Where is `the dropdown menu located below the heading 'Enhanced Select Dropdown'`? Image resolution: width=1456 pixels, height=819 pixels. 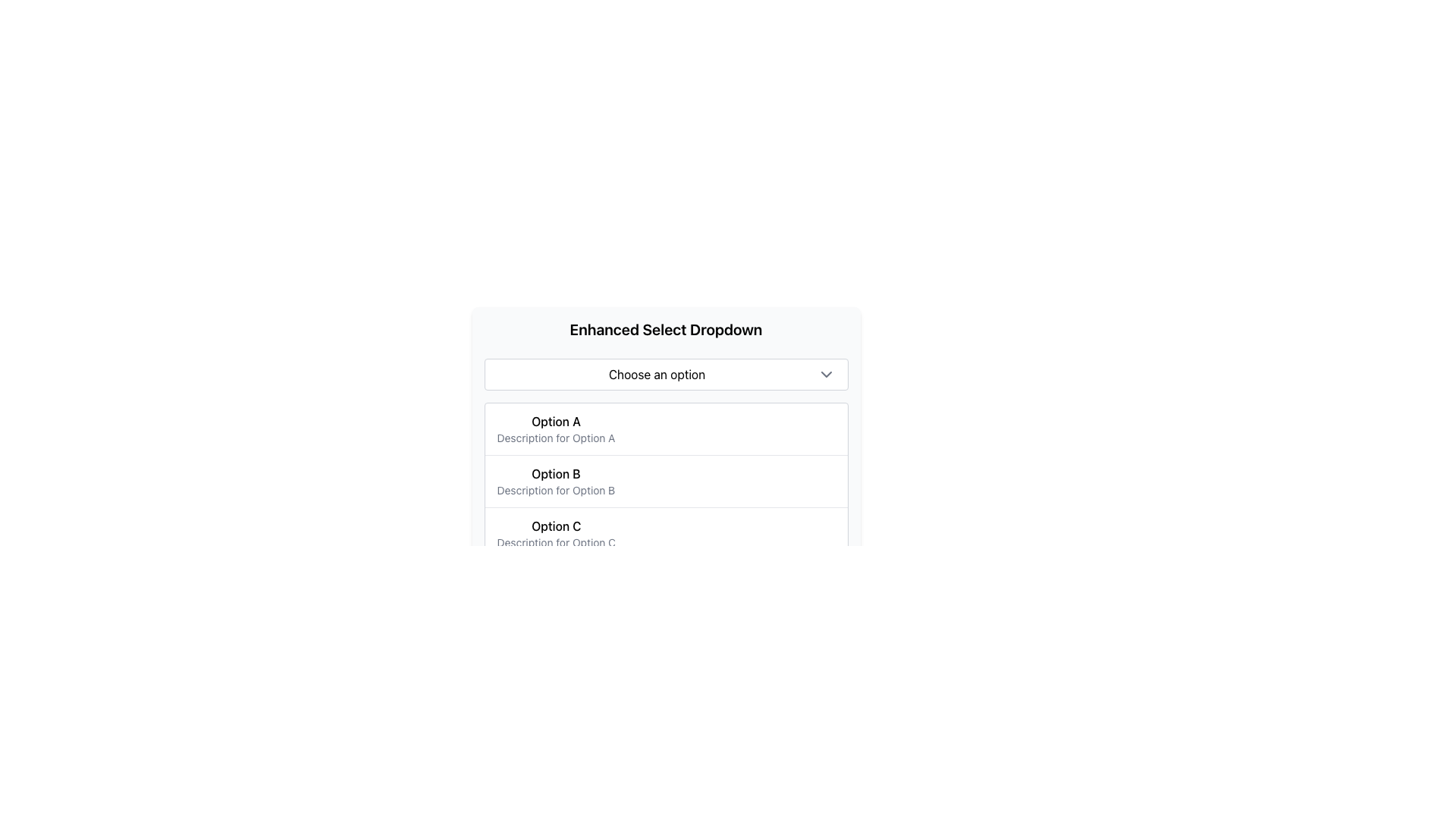
the dropdown menu located below the heading 'Enhanced Select Dropdown' is located at coordinates (666, 374).